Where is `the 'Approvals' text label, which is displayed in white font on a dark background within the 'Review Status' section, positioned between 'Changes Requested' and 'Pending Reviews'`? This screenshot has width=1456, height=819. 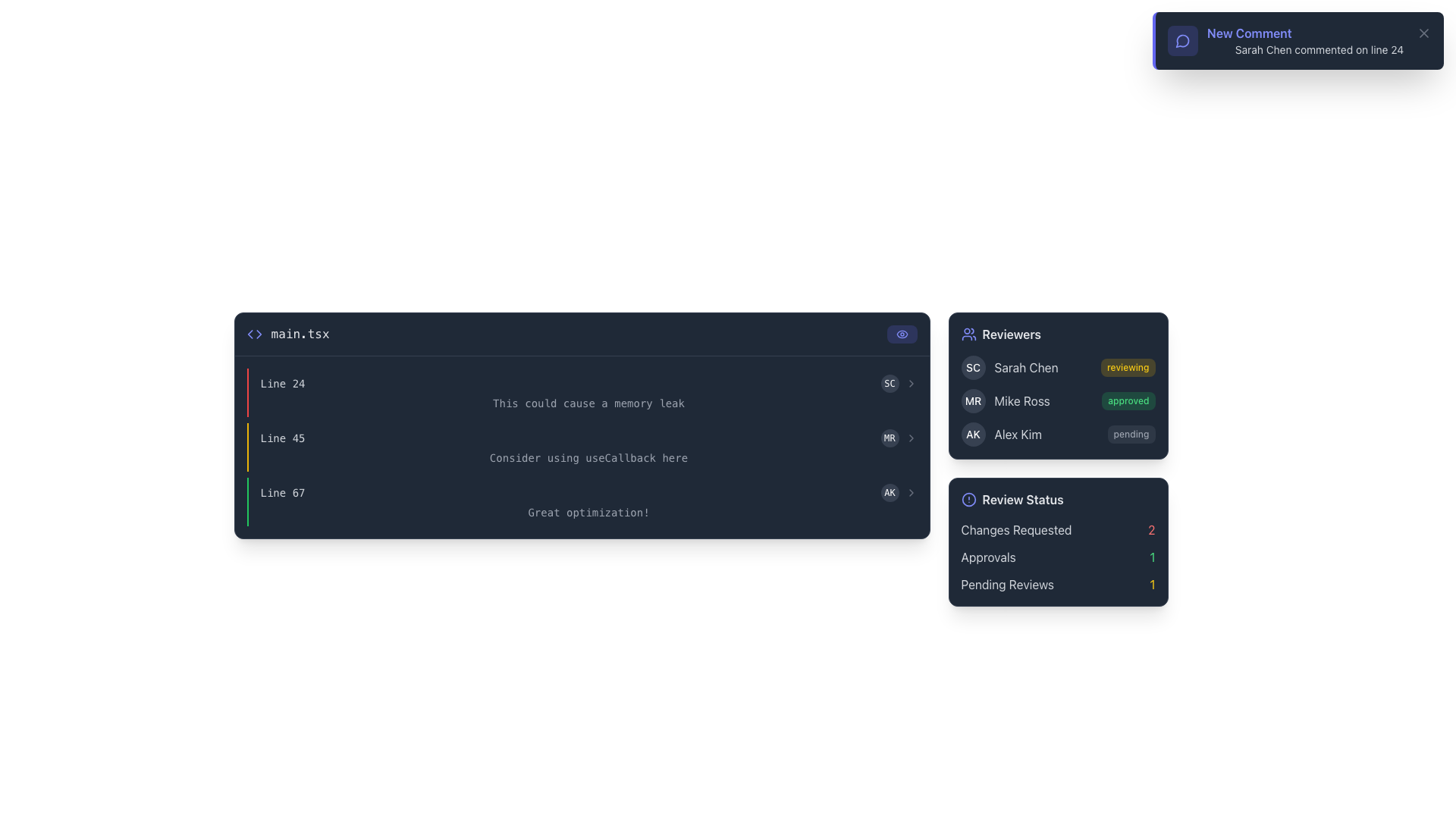 the 'Approvals' text label, which is displayed in white font on a dark background within the 'Review Status' section, positioned between 'Changes Requested' and 'Pending Reviews' is located at coordinates (988, 557).